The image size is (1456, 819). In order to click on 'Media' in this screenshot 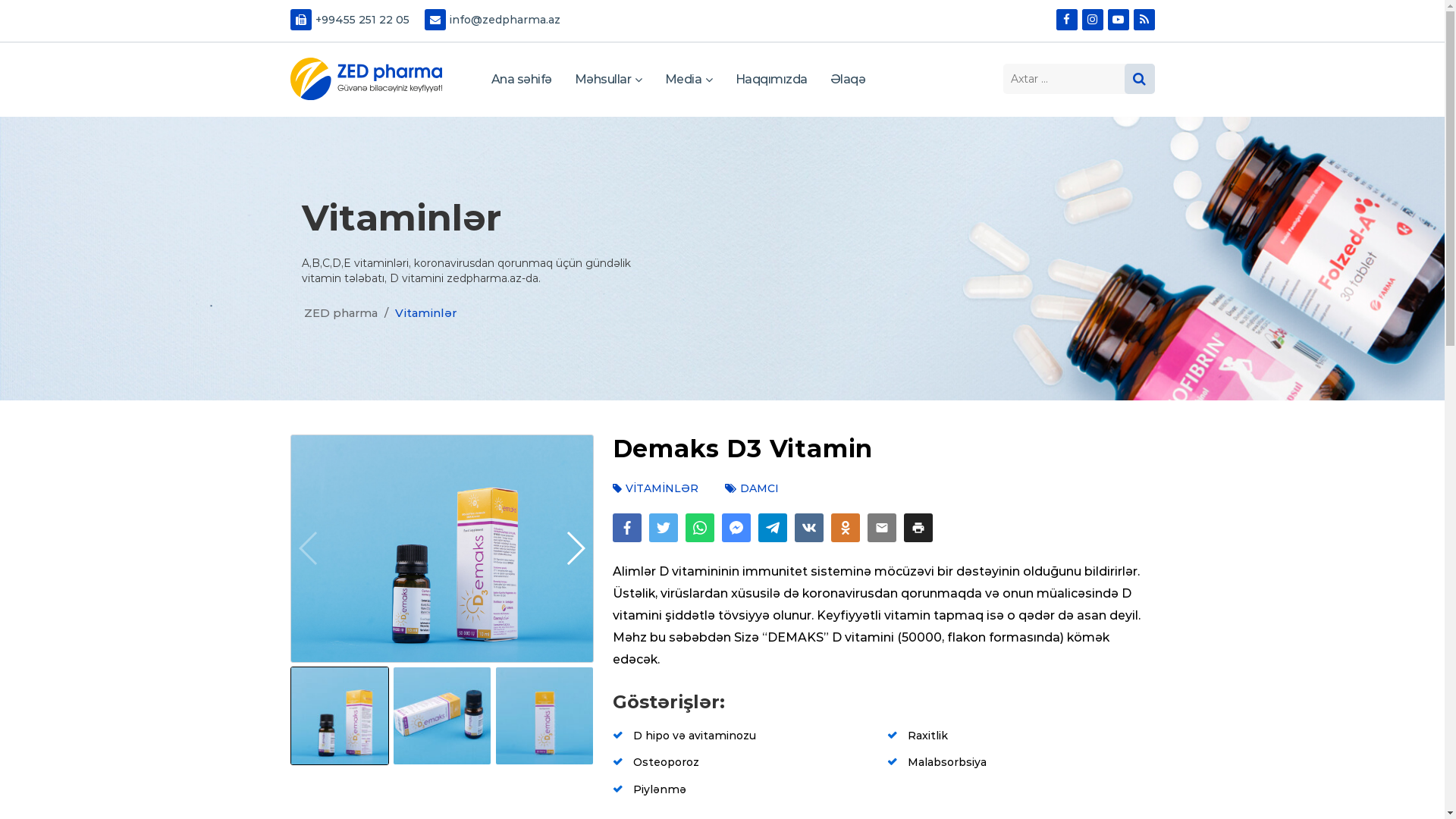, I will do `click(687, 80)`.